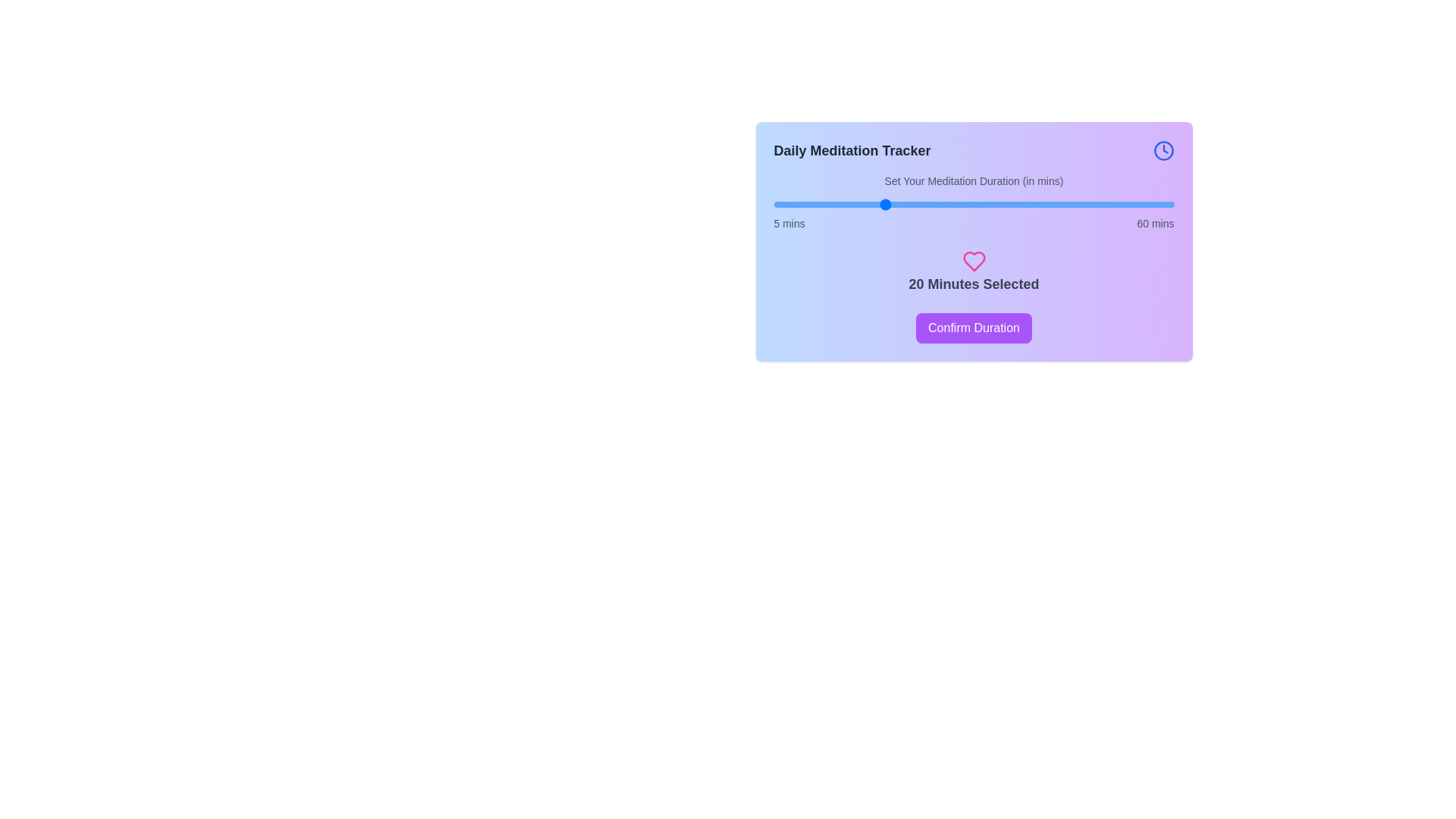  What do you see at coordinates (1056, 205) in the screenshot?
I see `the meditation duration to 44 minutes using the slider` at bounding box center [1056, 205].